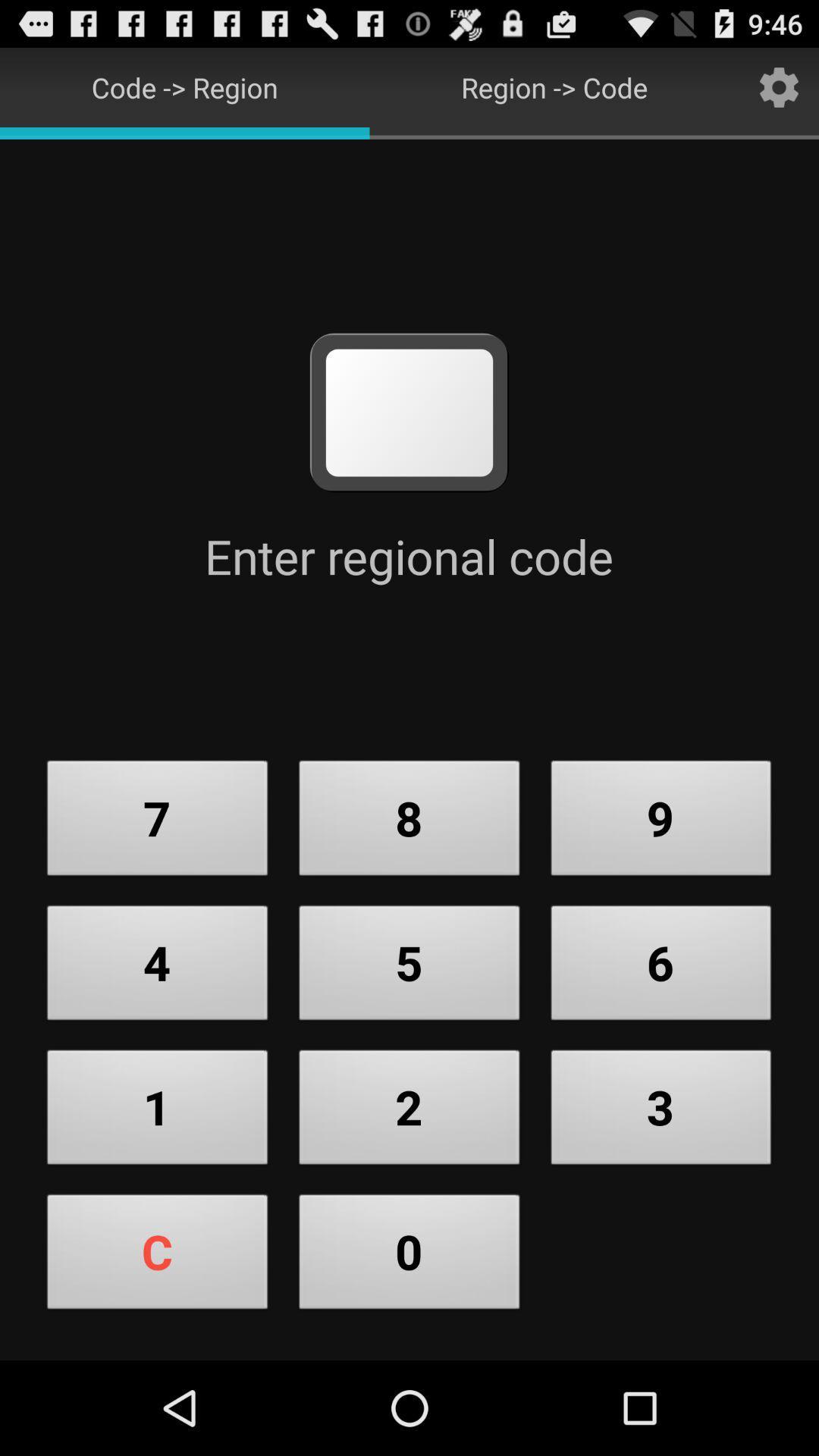  I want to click on the settings icon, so click(779, 93).